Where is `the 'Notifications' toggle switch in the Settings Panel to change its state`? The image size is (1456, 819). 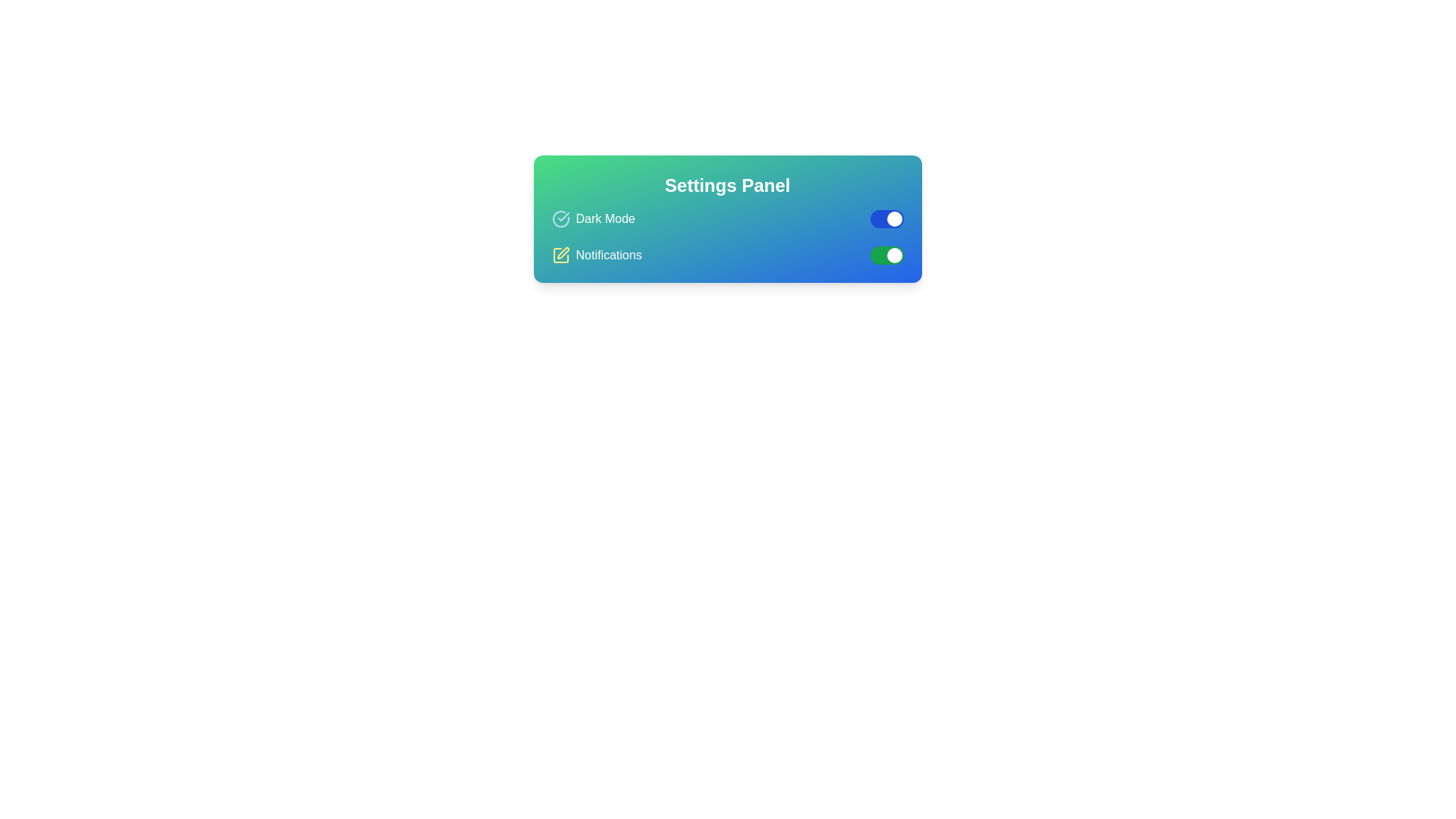
the 'Notifications' toggle switch in the Settings Panel to change its state is located at coordinates (726, 254).